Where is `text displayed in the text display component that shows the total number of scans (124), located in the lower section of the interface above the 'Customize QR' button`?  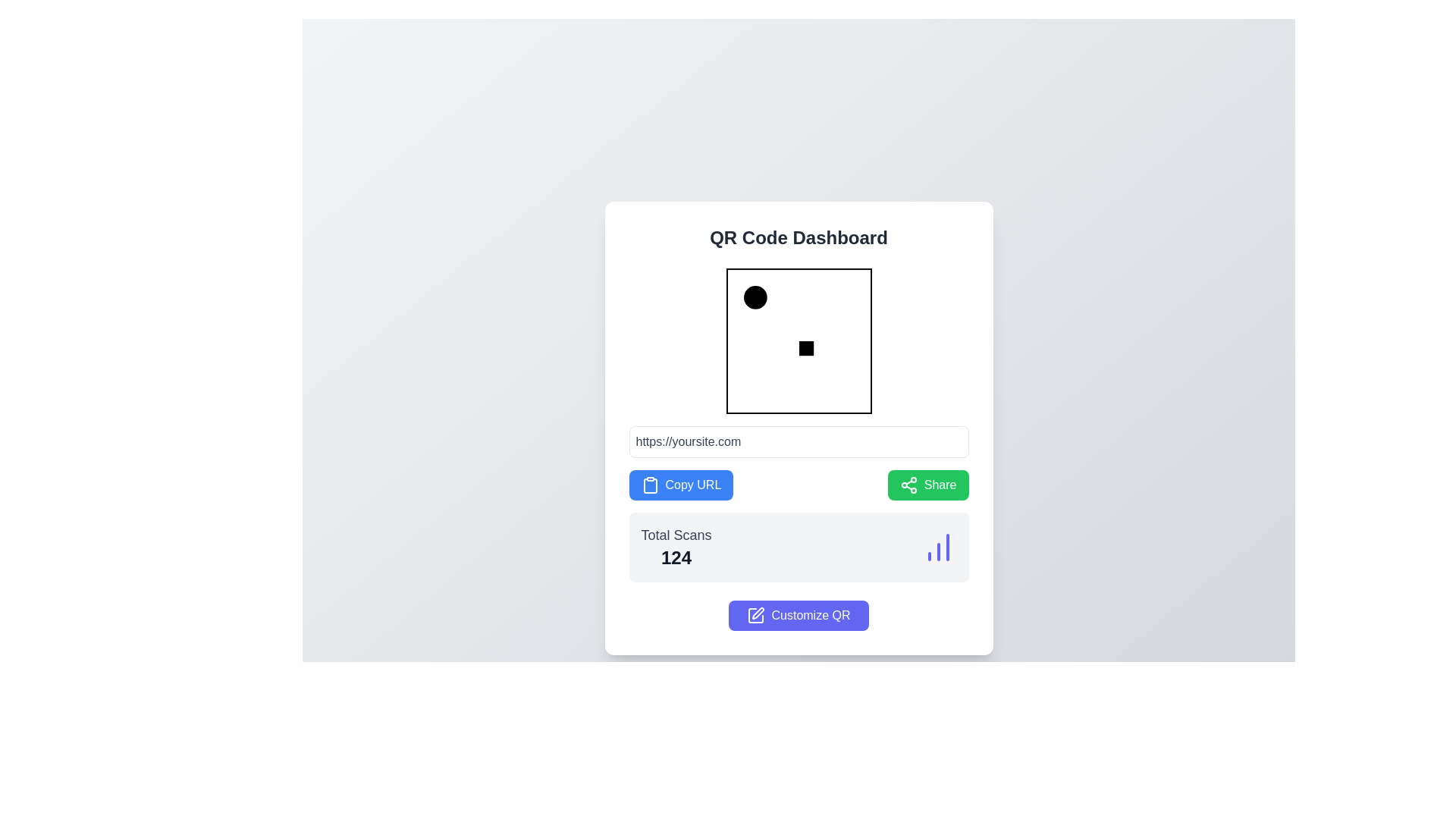 text displayed in the text display component that shows the total number of scans (124), located in the lower section of the interface above the 'Customize QR' button is located at coordinates (676, 547).